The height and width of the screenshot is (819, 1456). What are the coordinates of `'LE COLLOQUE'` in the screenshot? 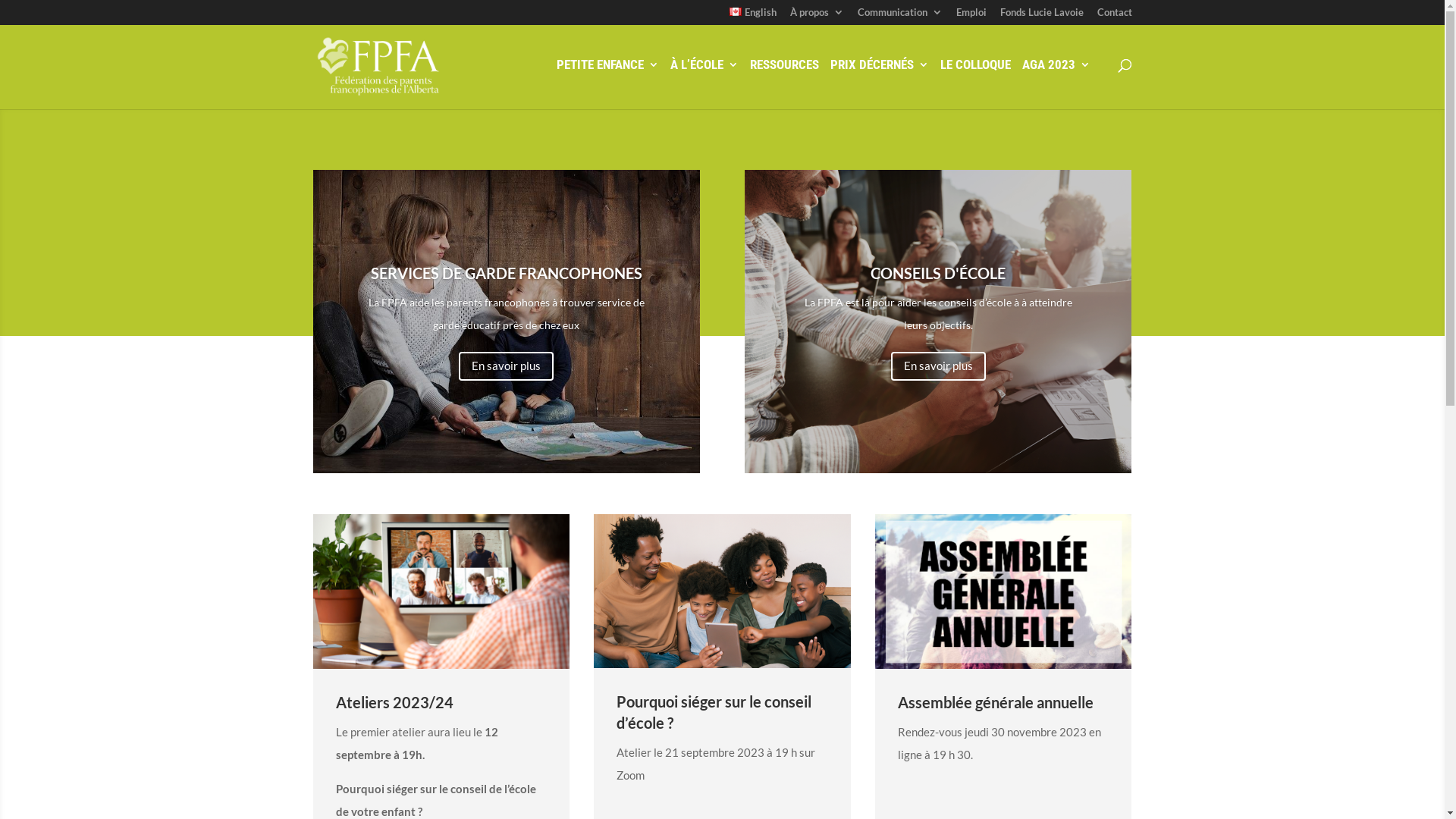 It's located at (975, 81).